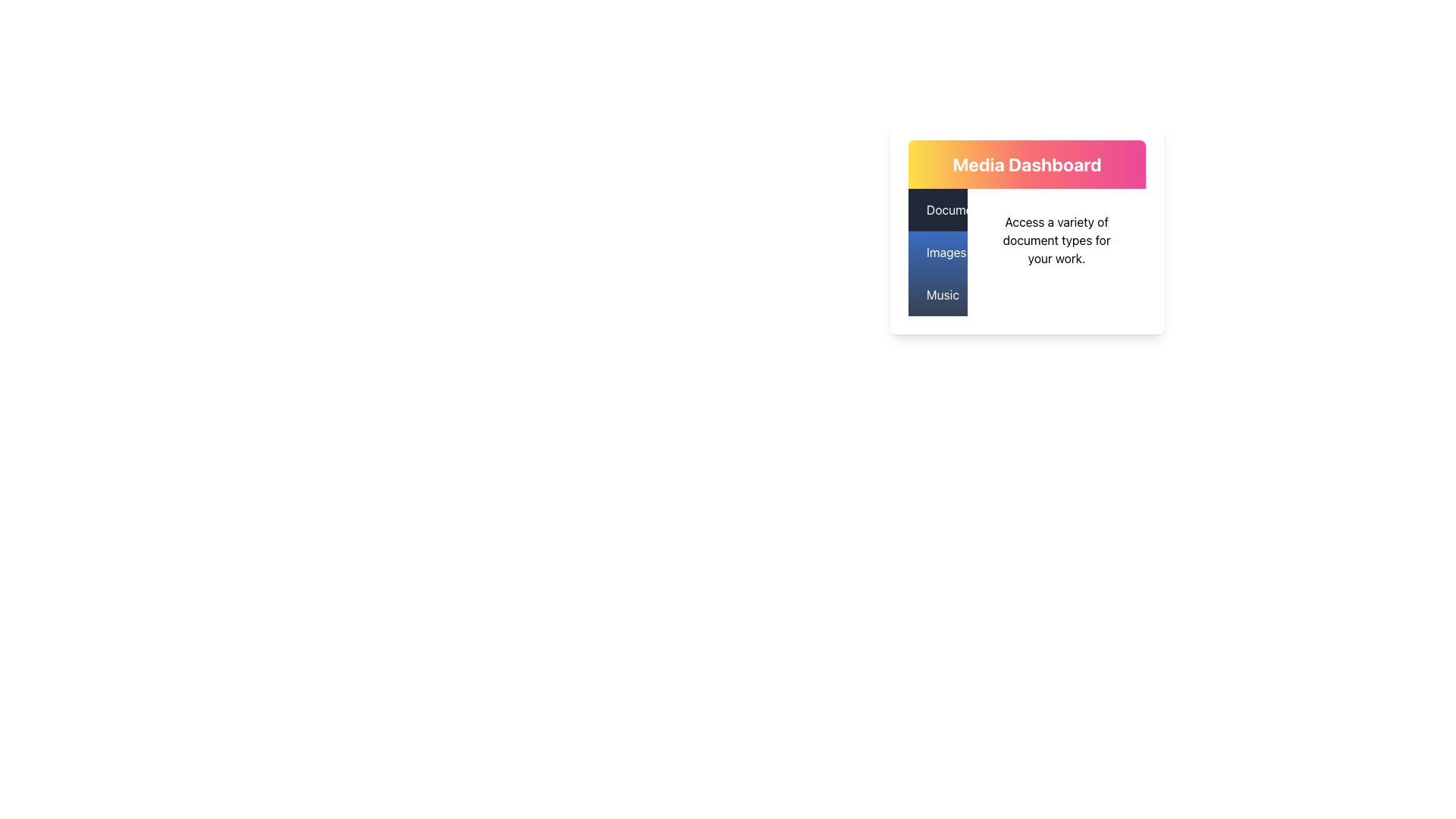 This screenshot has width=1456, height=819. Describe the element at coordinates (1027, 164) in the screenshot. I see `title of the header banner that displays 'Media Dashboard' in bold white text on a gradient background from yellow to pink` at that location.